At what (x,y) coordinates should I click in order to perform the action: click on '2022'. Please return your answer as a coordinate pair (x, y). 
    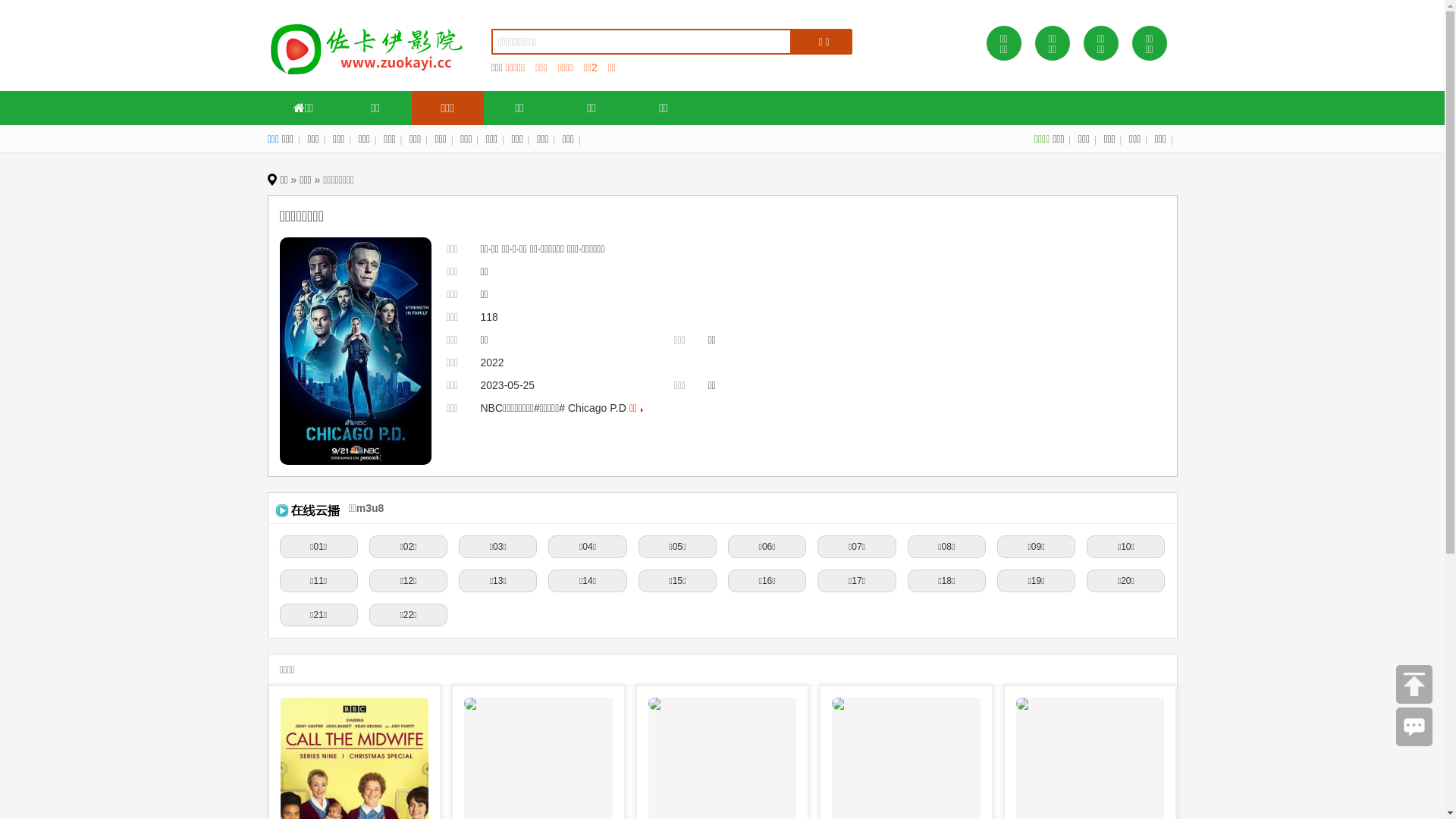
    Looking at the image, I should click on (492, 362).